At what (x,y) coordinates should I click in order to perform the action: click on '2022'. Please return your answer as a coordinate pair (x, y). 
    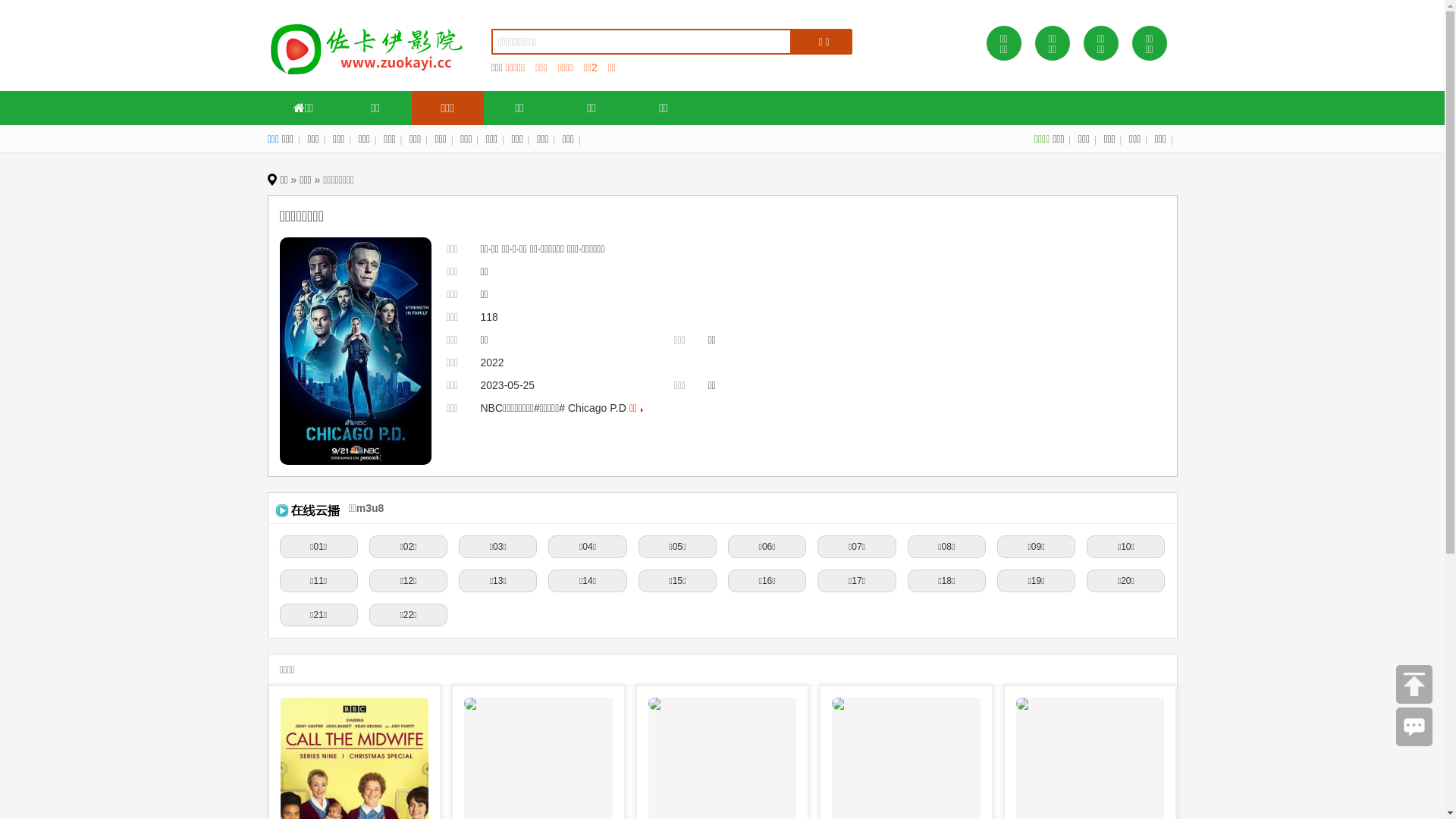
    Looking at the image, I should click on (492, 362).